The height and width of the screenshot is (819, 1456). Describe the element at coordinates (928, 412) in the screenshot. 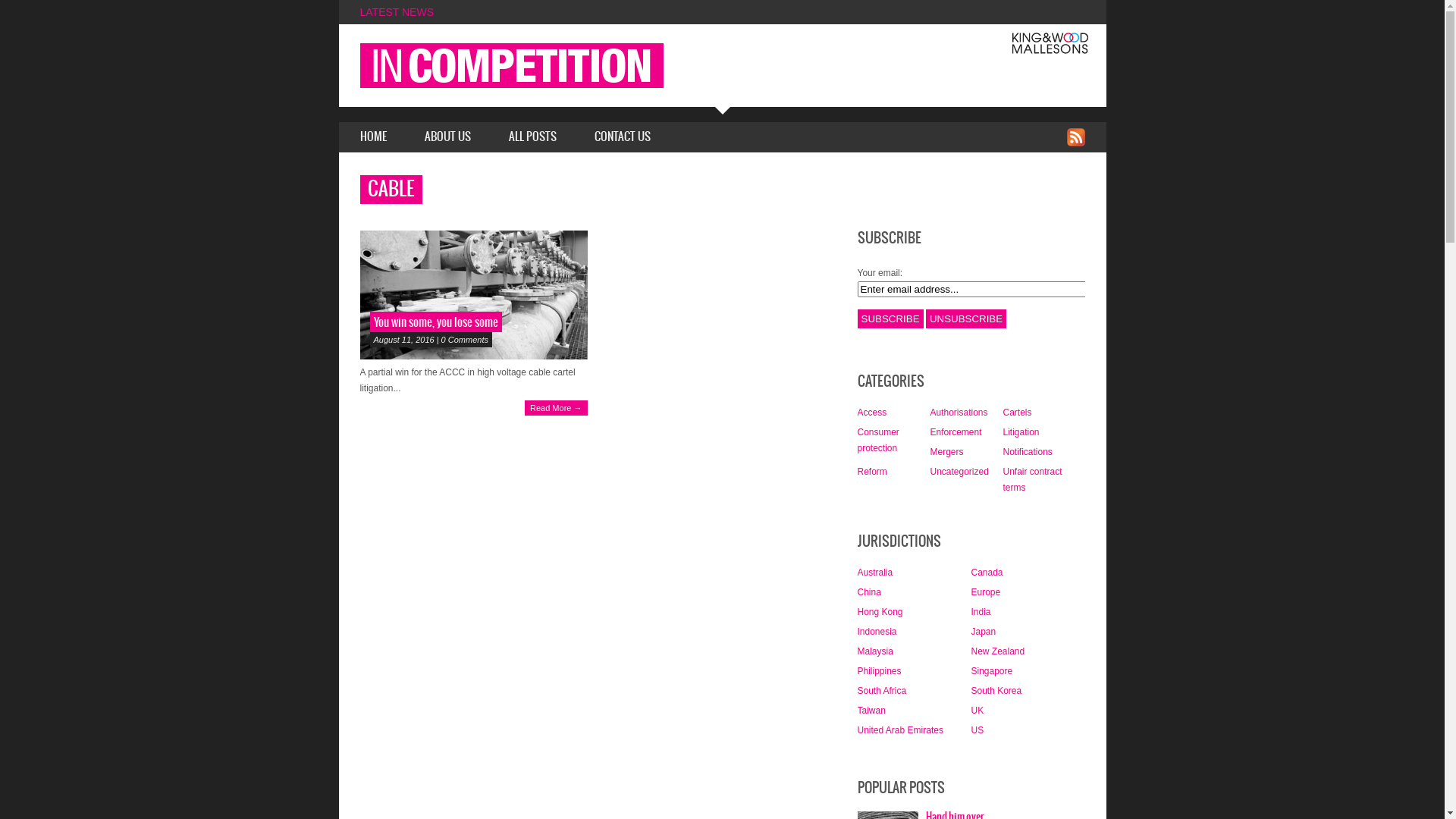

I see `'Authorisations'` at that location.